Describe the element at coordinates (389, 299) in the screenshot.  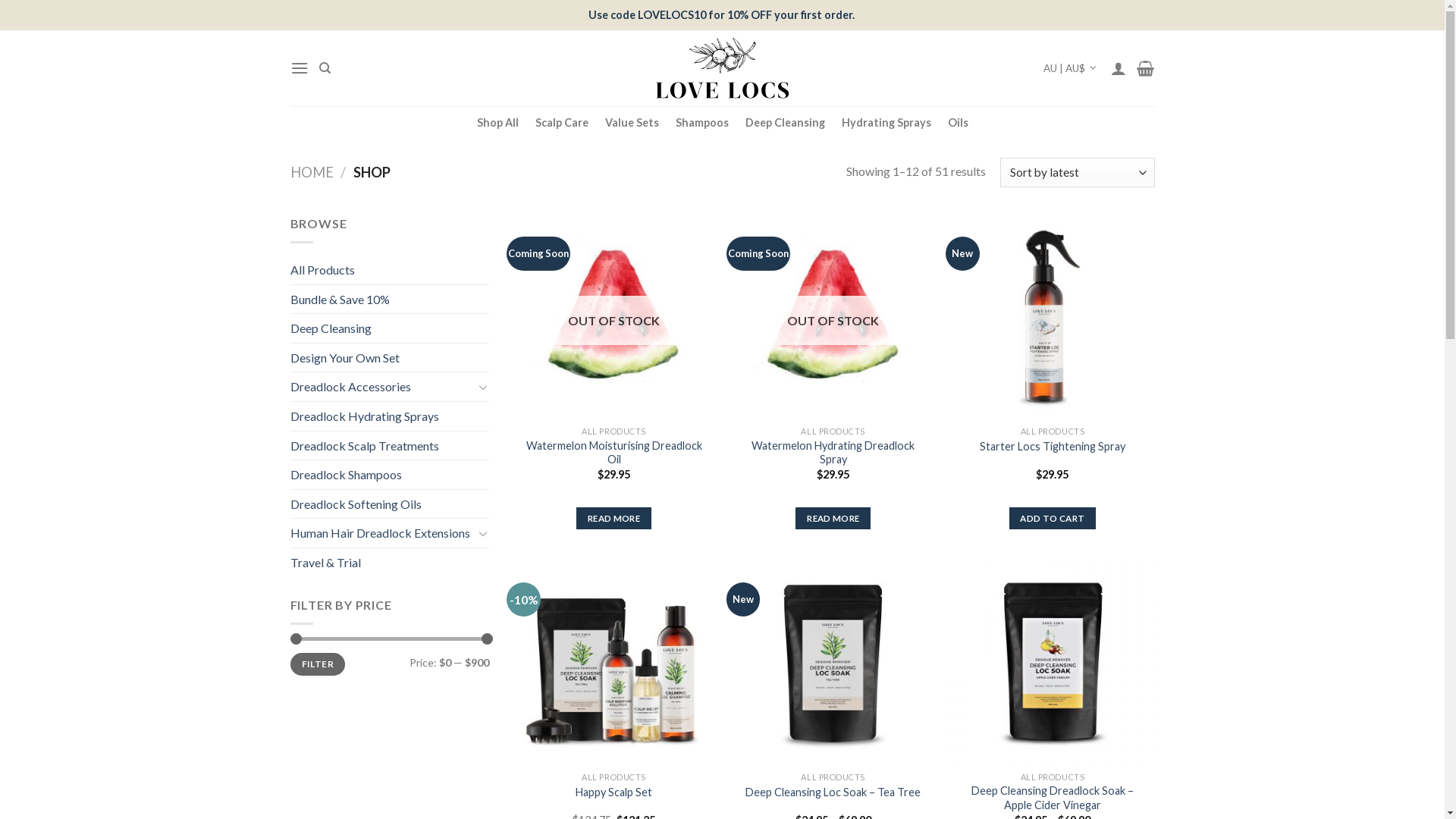
I see `'Bundle & Save 10%'` at that location.